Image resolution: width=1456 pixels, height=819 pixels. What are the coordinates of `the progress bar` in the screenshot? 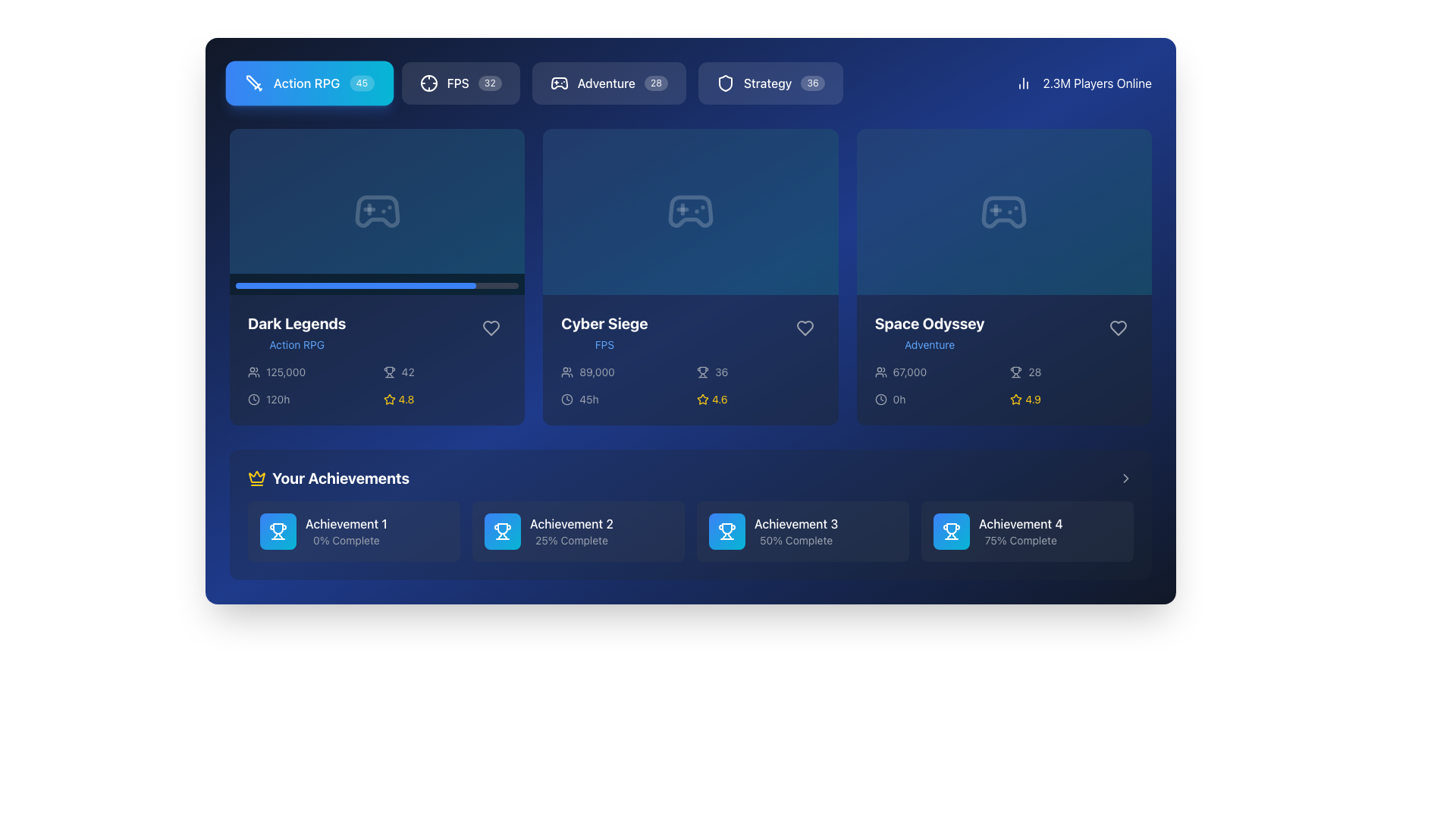 It's located at (261, 284).